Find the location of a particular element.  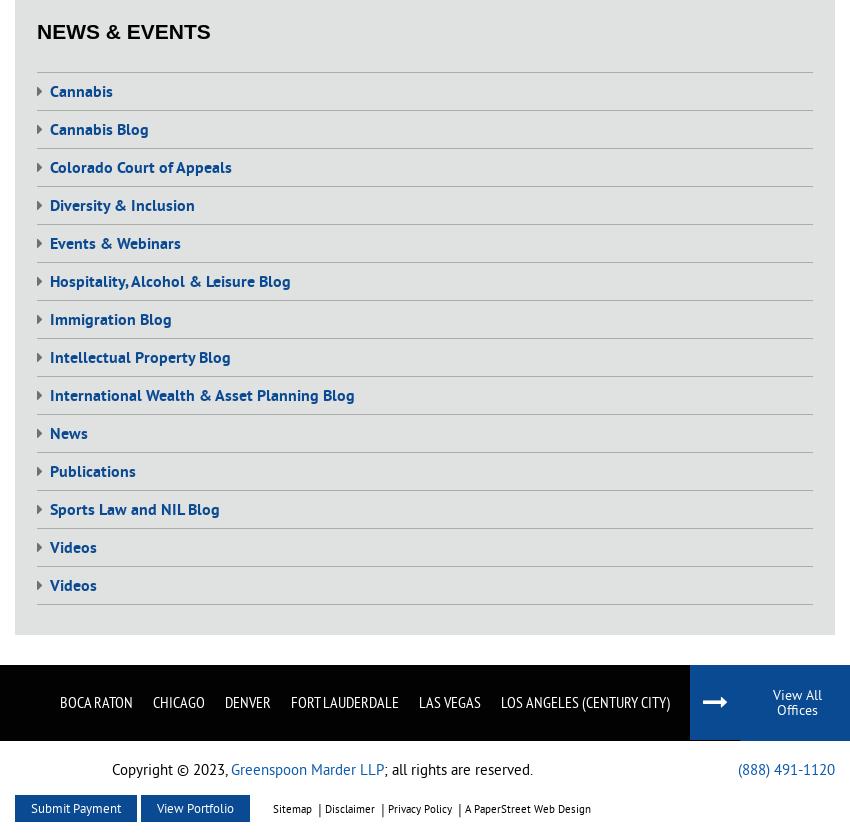

'Events & Webinars' is located at coordinates (114, 243).